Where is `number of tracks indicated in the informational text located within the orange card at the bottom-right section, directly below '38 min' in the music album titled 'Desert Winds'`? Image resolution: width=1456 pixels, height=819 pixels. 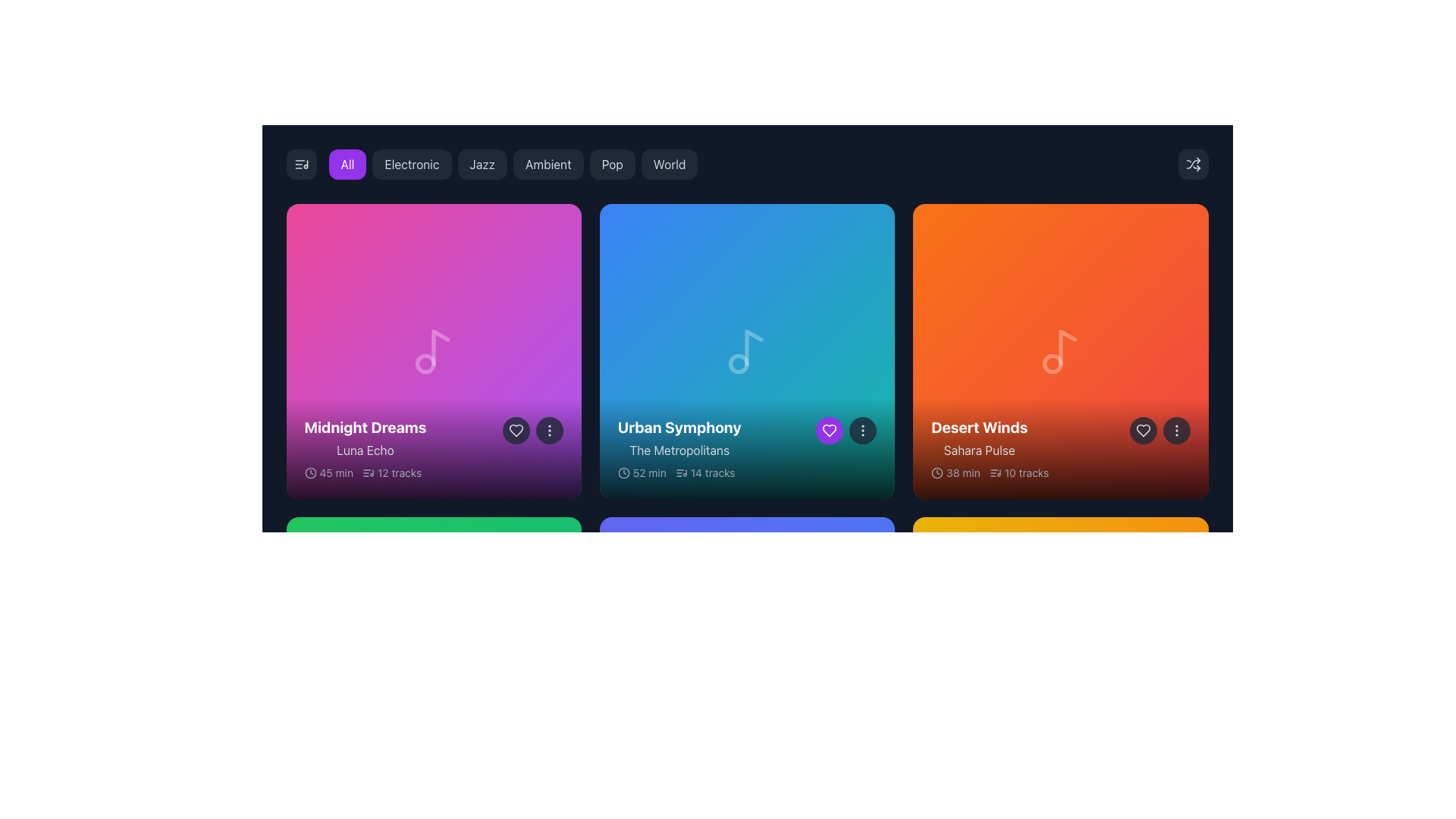 number of tracks indicated in the informational text located within the orange card at the bottom-right section, directly below '38 min' in the music album titled 'Desert Winds' is located at coordinates (1019, 472).